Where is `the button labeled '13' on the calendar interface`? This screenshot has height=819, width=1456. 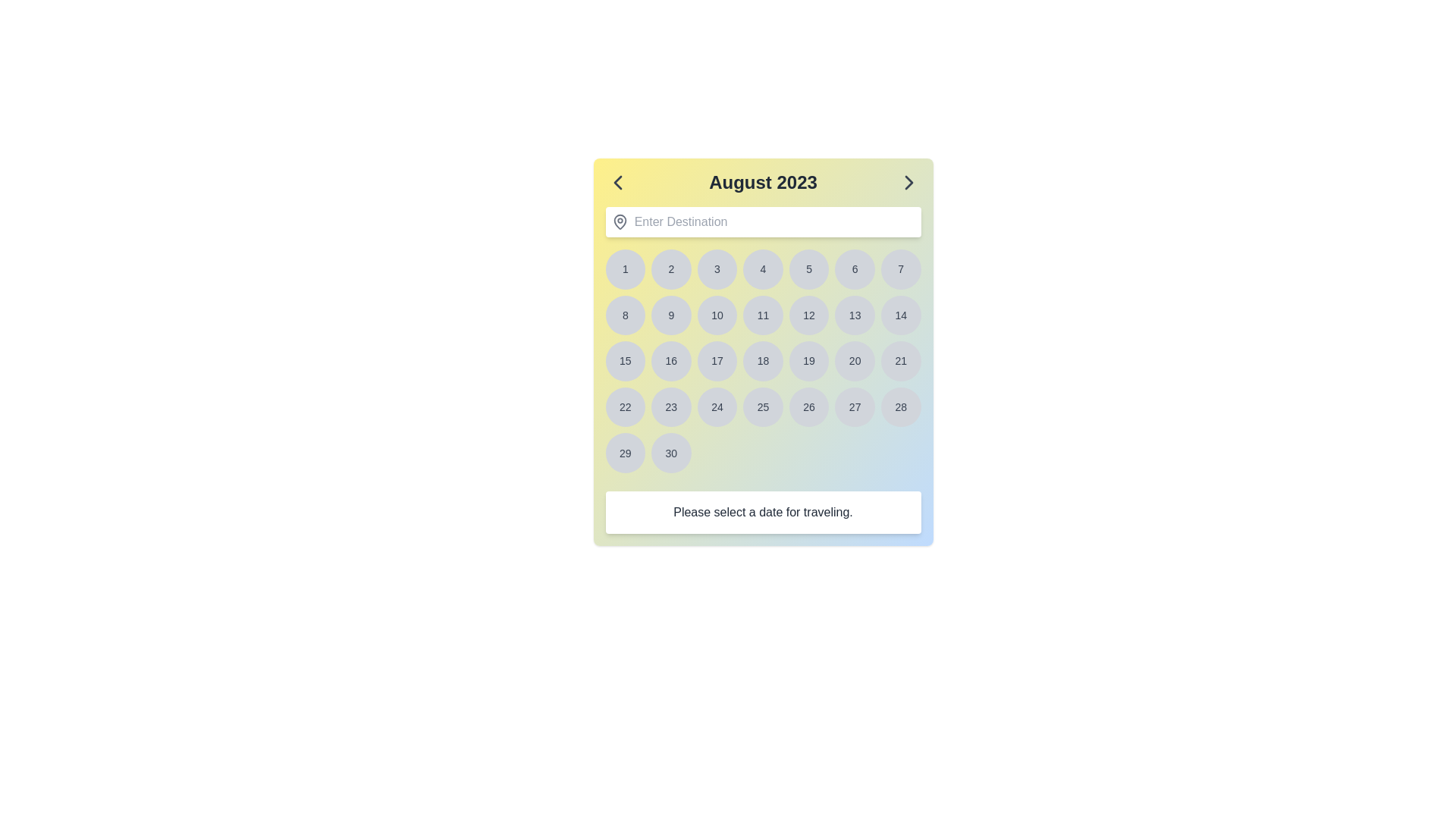
the button labeled '13' on the calendar interface is located at coordinates (855, 314).